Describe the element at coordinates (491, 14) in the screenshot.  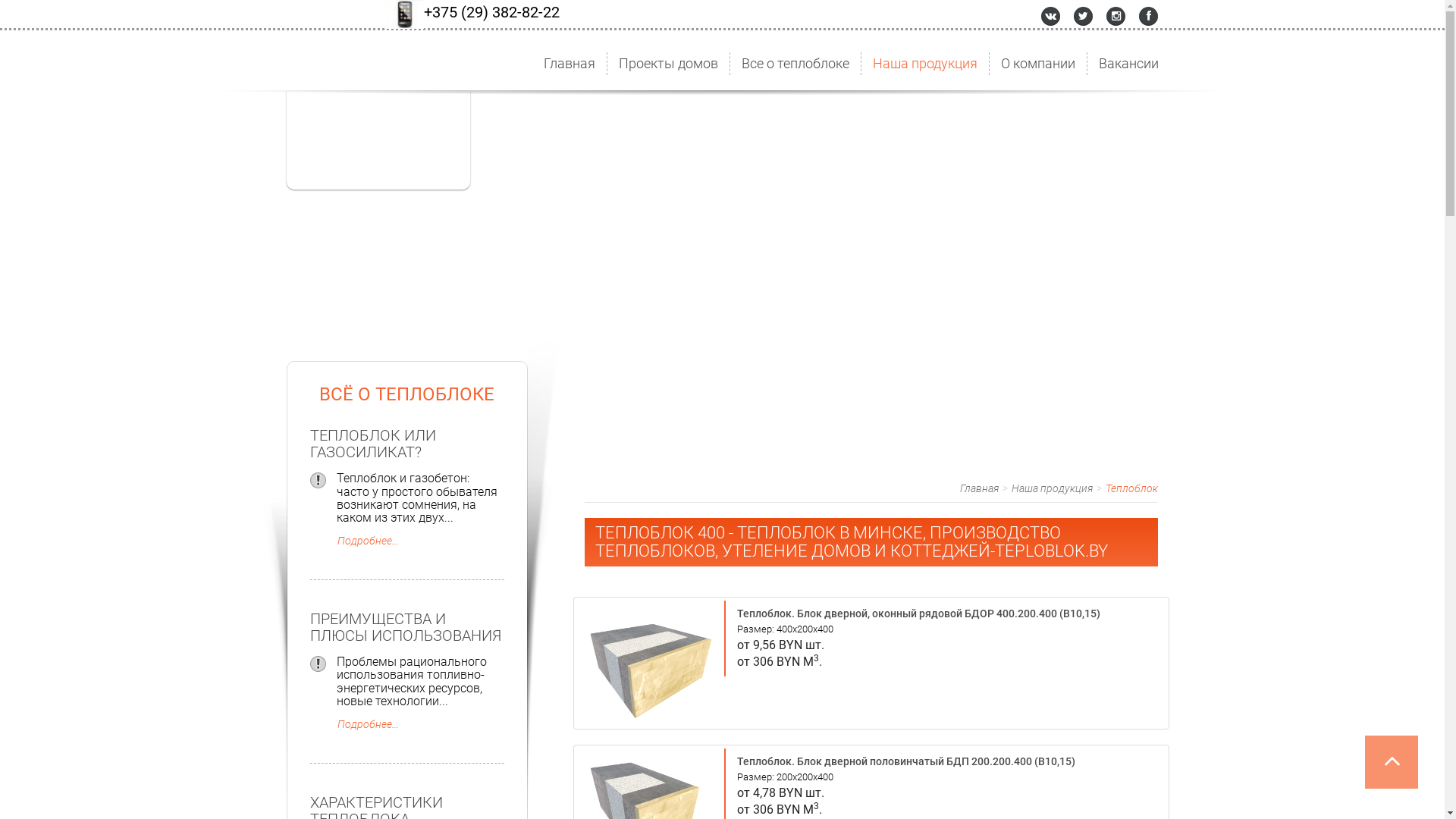
I see `'+375 (29) 382-82-22'` at that location.